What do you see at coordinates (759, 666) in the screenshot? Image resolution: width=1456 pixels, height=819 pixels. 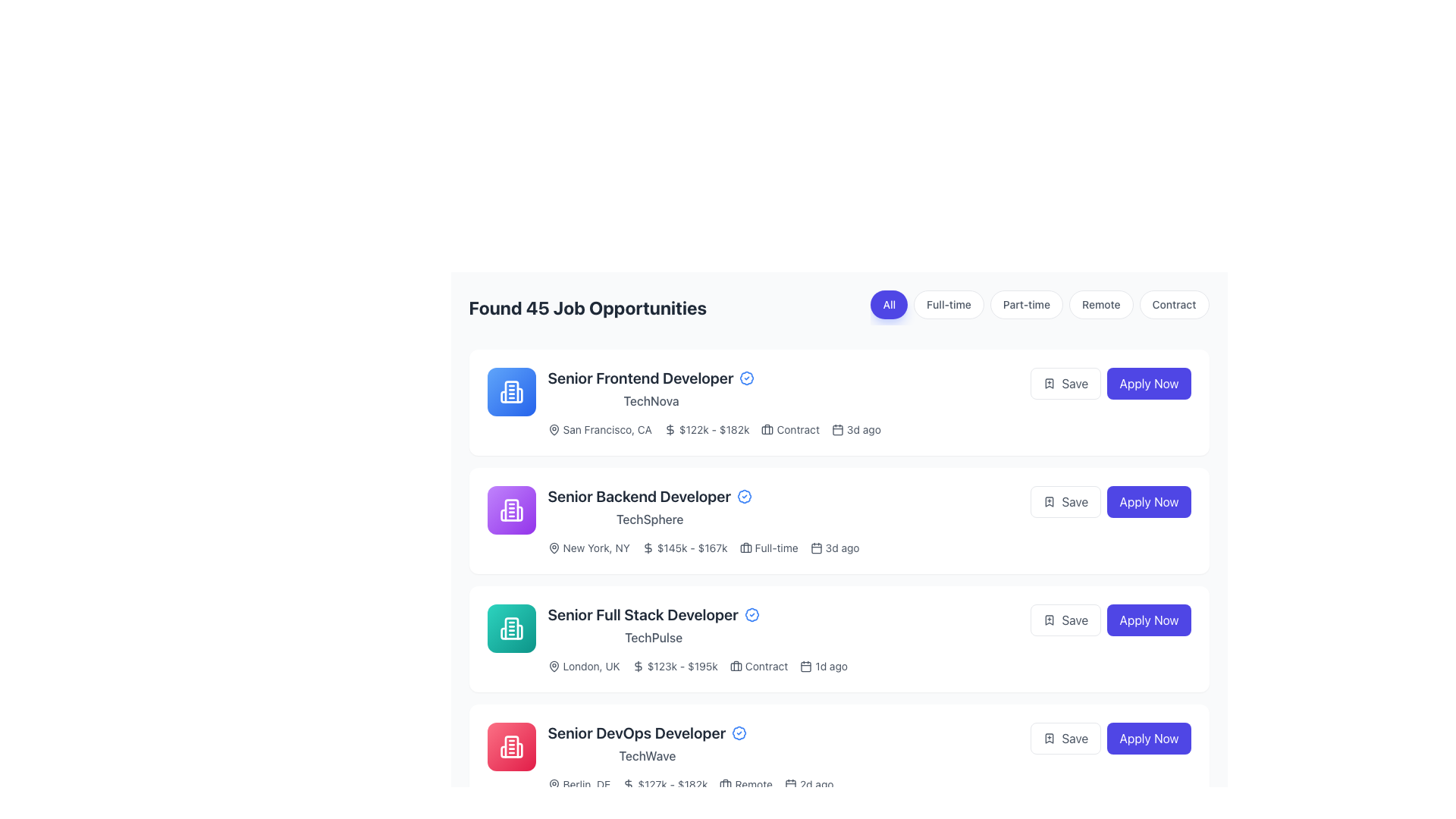 I see `the Label with Icon indicating a contract position for the Senior Full Stack Developer job listing at TechPulse, which is located between the salary range and the posting date` at bounding box center [759, 666].